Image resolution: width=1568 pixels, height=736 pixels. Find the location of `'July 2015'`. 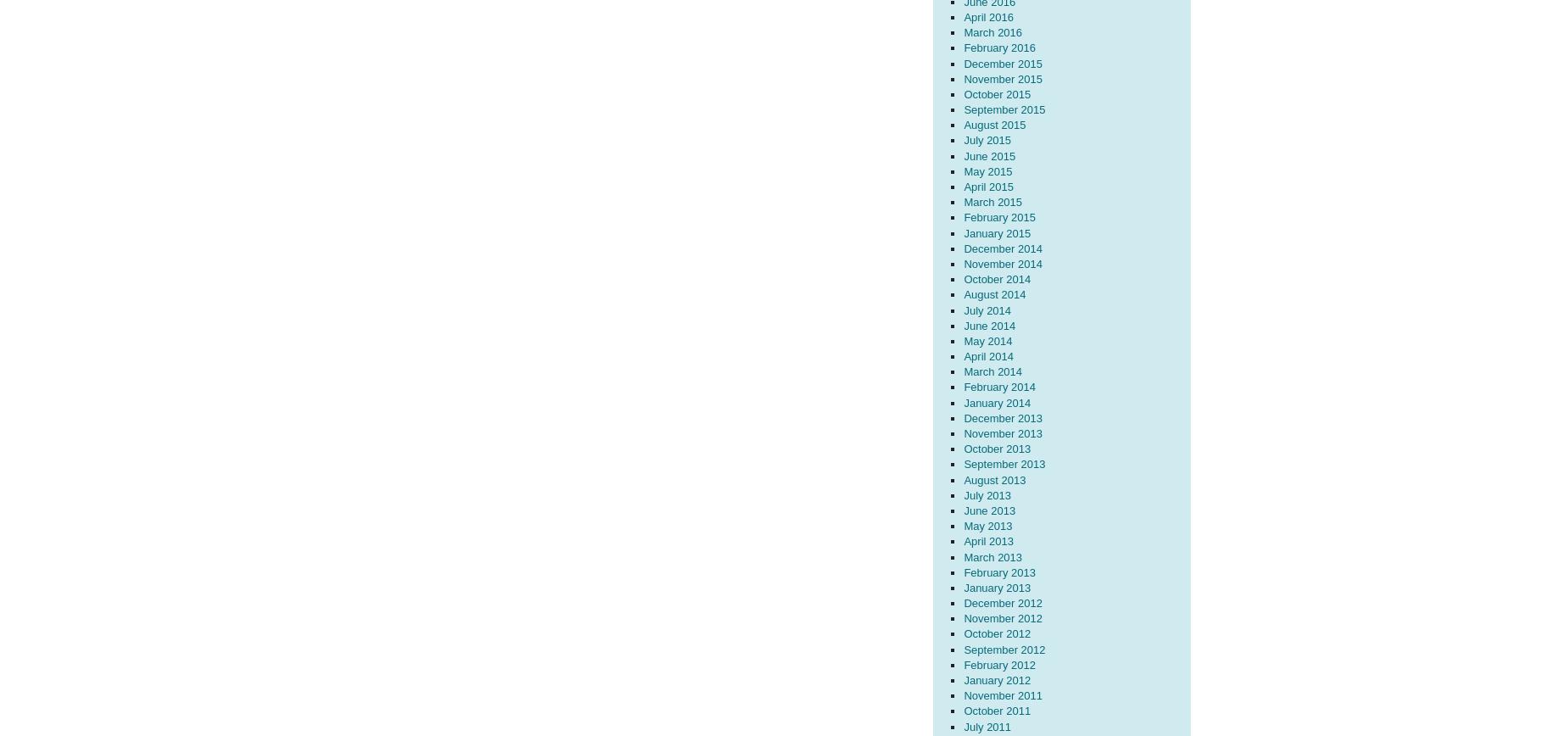

'July 2015' is located at coordinates (986, 140).